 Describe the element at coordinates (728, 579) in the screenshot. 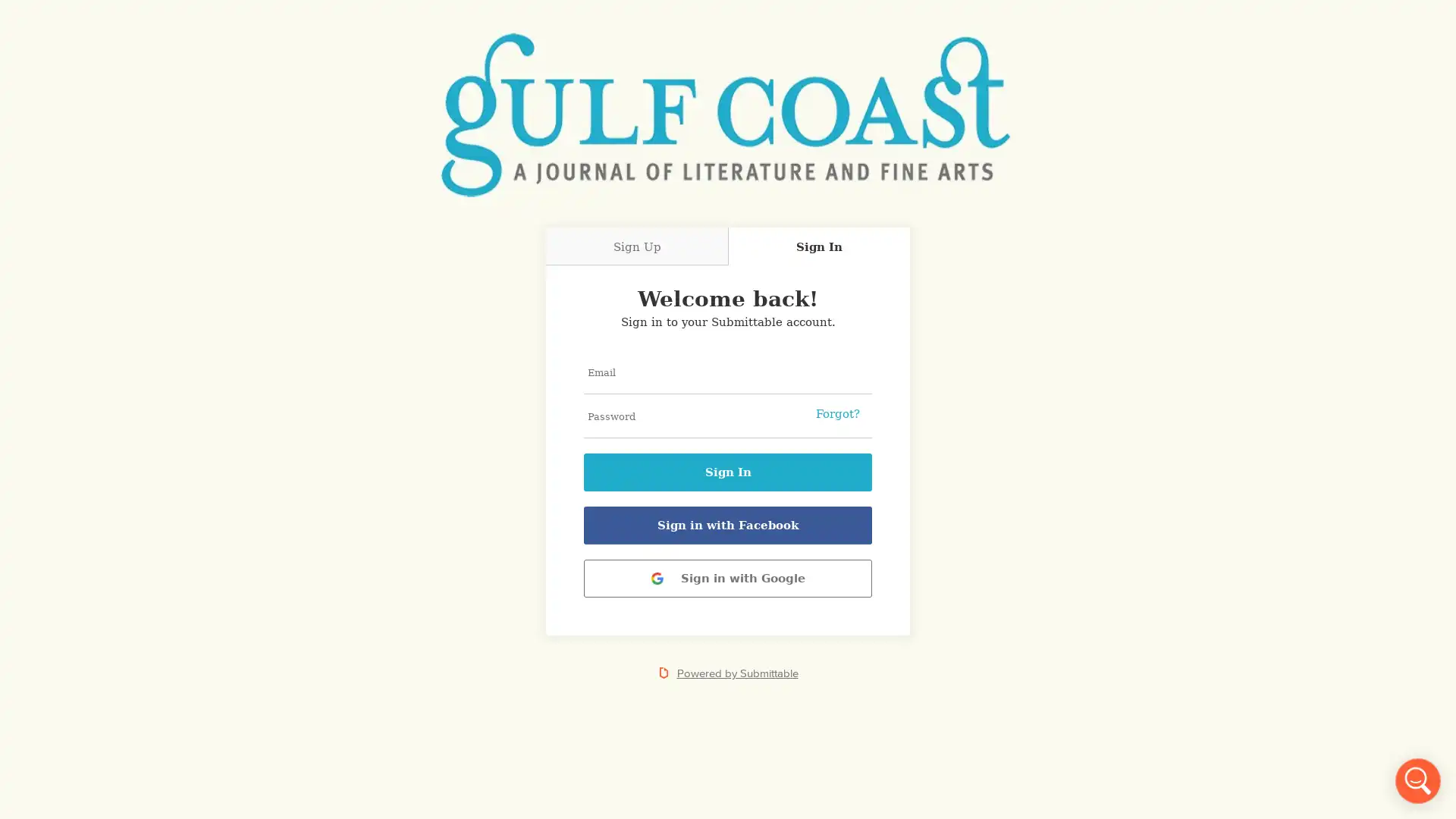

I see `Google logo Sign in with Google` at that location.